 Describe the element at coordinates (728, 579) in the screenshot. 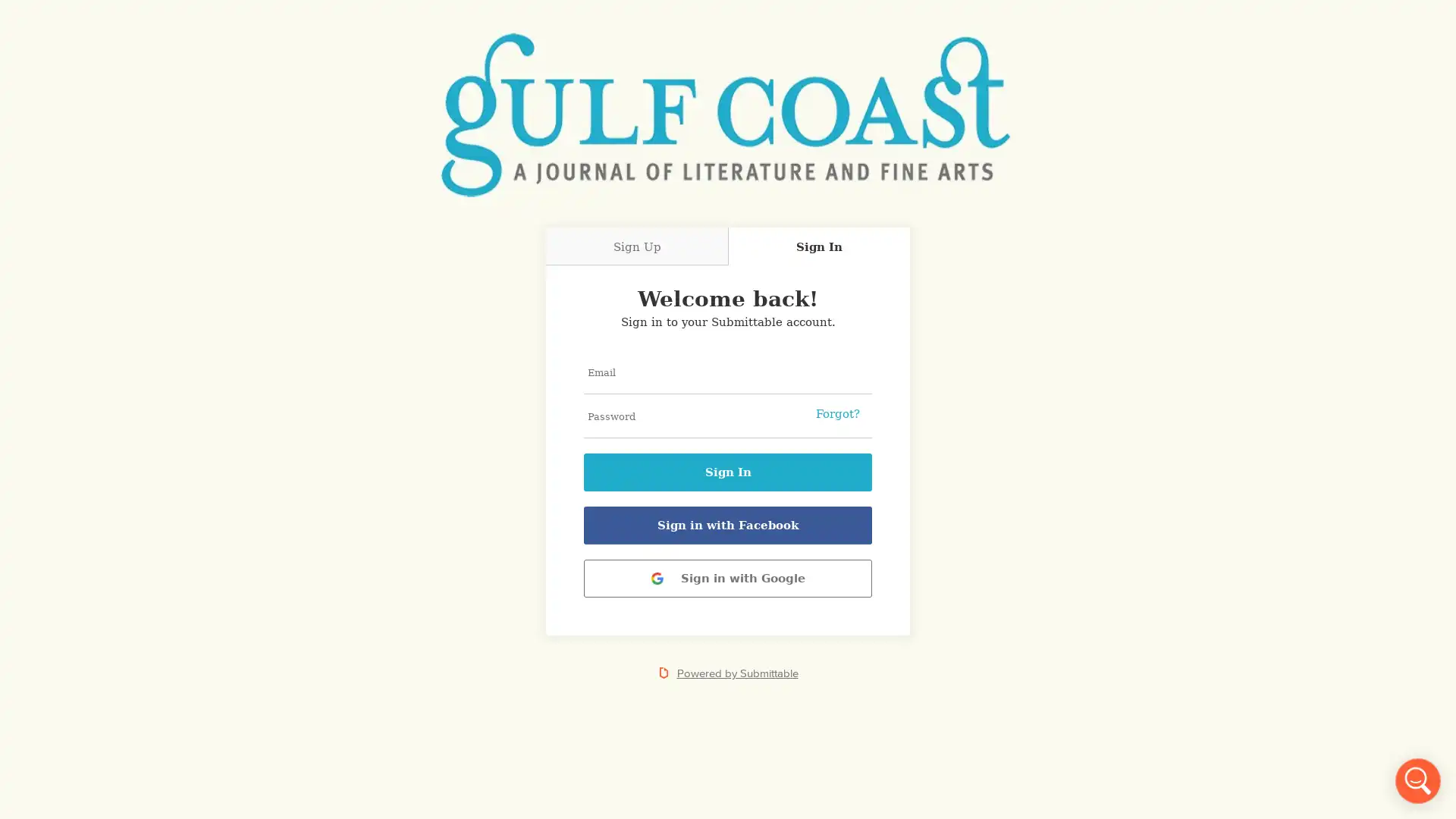

I see `Google logo Sign in with Google` at that location.